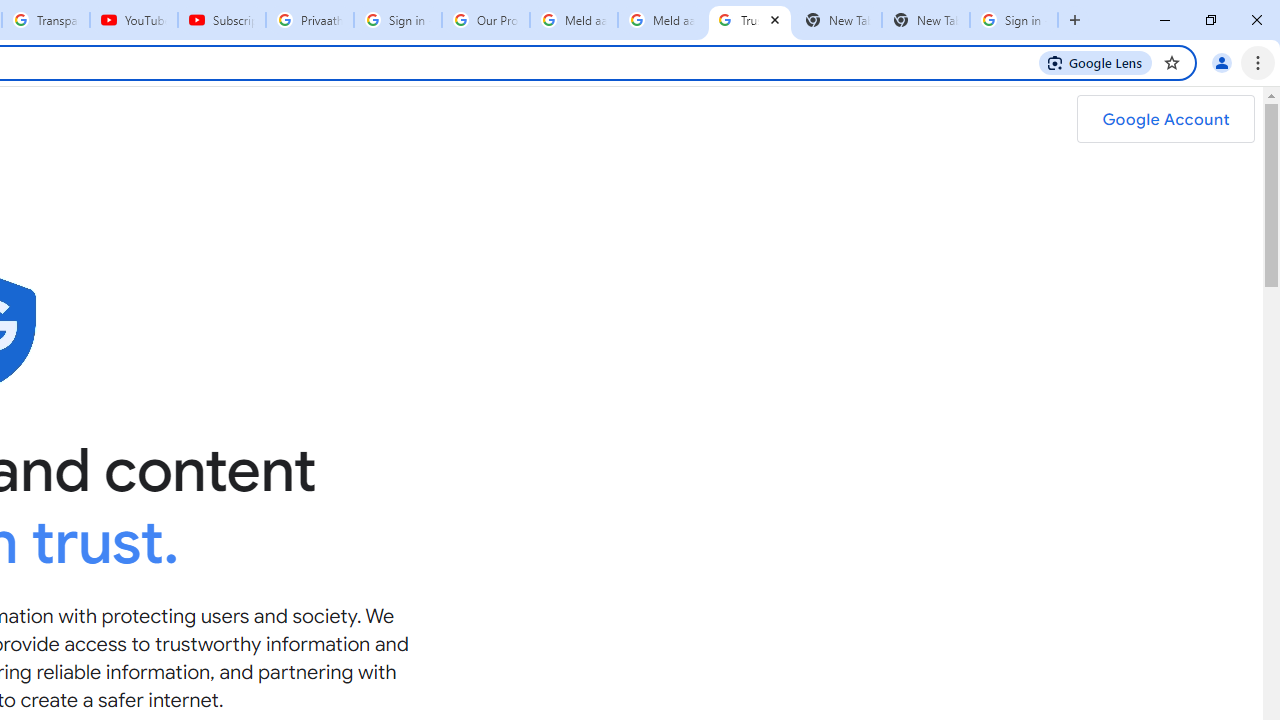  Describe the element at coordinates (1171, 61) in the screenshot. I see `'Bookmark this tab'` at that location.